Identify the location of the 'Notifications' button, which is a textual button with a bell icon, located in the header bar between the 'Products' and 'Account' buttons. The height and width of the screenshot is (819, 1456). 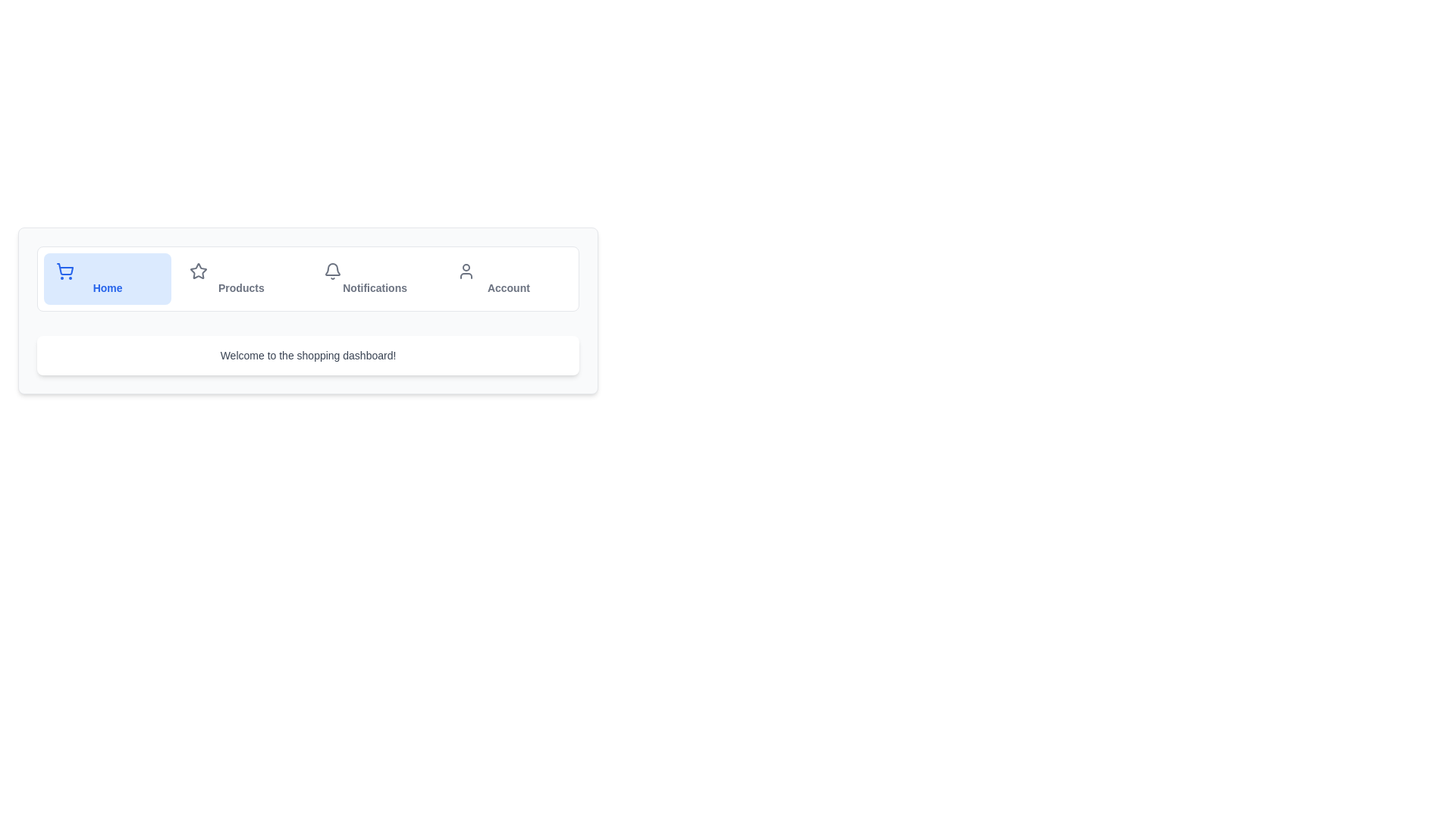
(375, 278).